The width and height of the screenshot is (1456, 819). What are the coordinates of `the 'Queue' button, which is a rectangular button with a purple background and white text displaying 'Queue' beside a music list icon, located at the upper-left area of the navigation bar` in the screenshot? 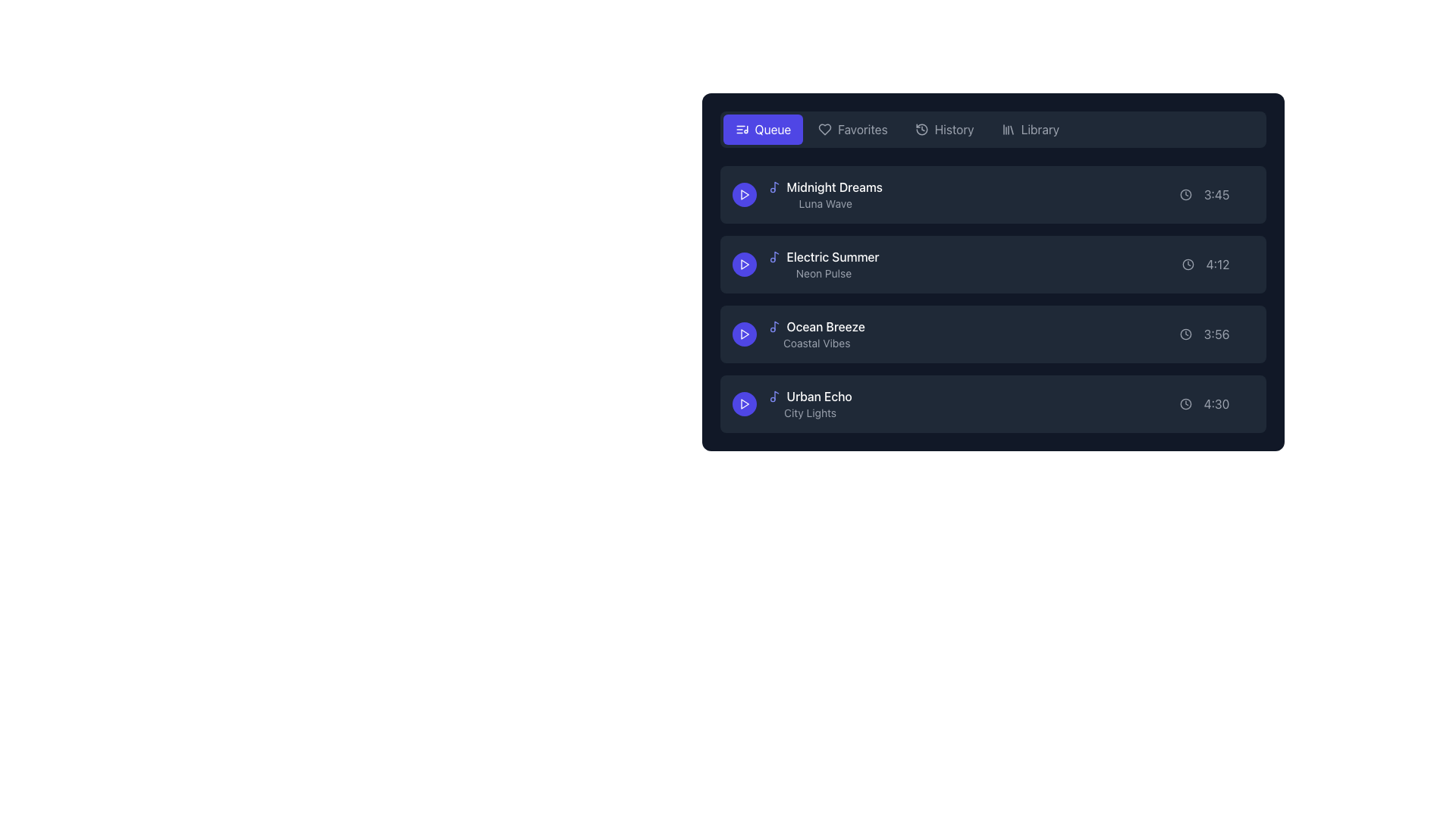 It's located at (763, 128).